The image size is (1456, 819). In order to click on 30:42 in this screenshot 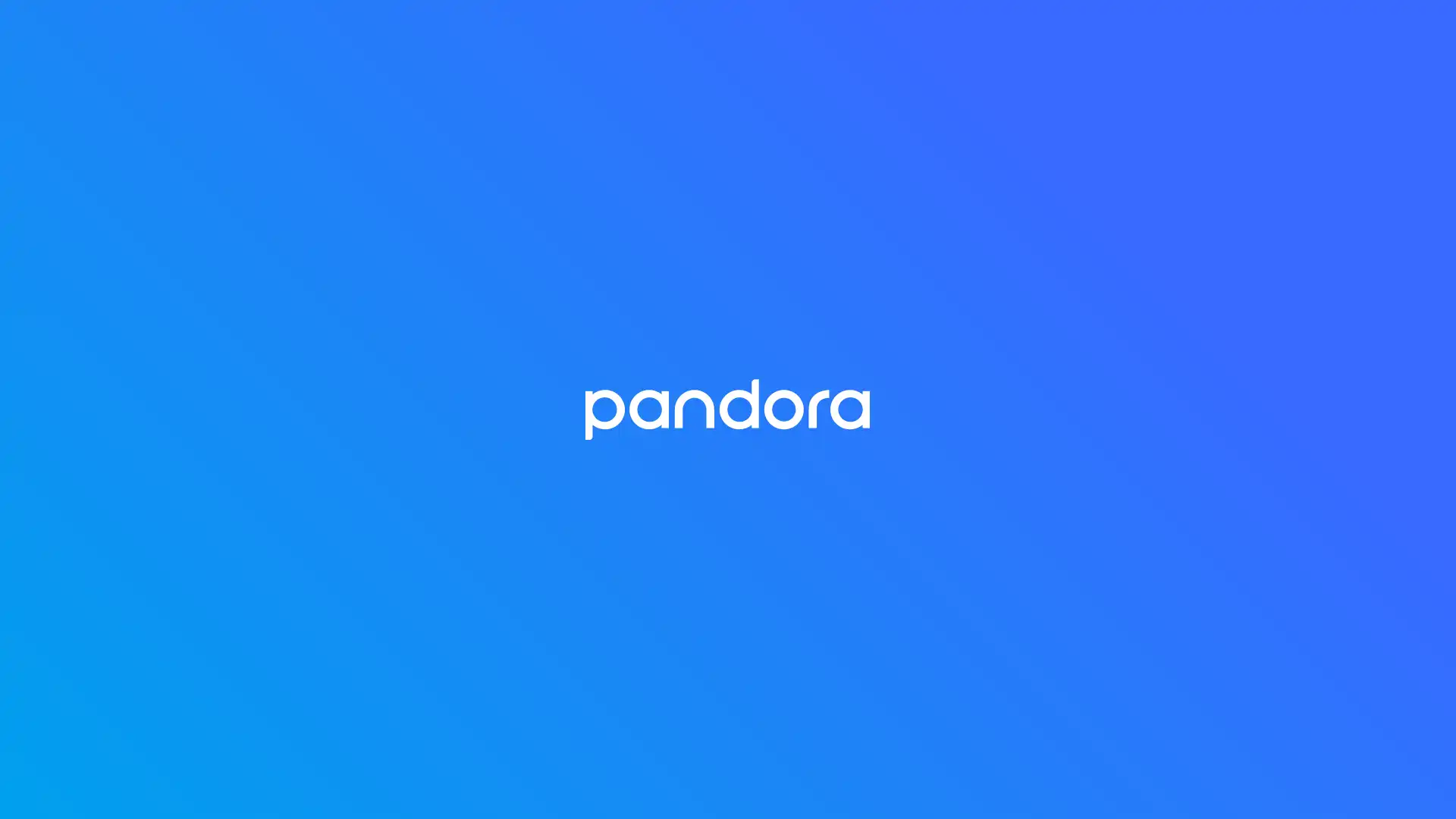, I will do `click(1256, 710)`.